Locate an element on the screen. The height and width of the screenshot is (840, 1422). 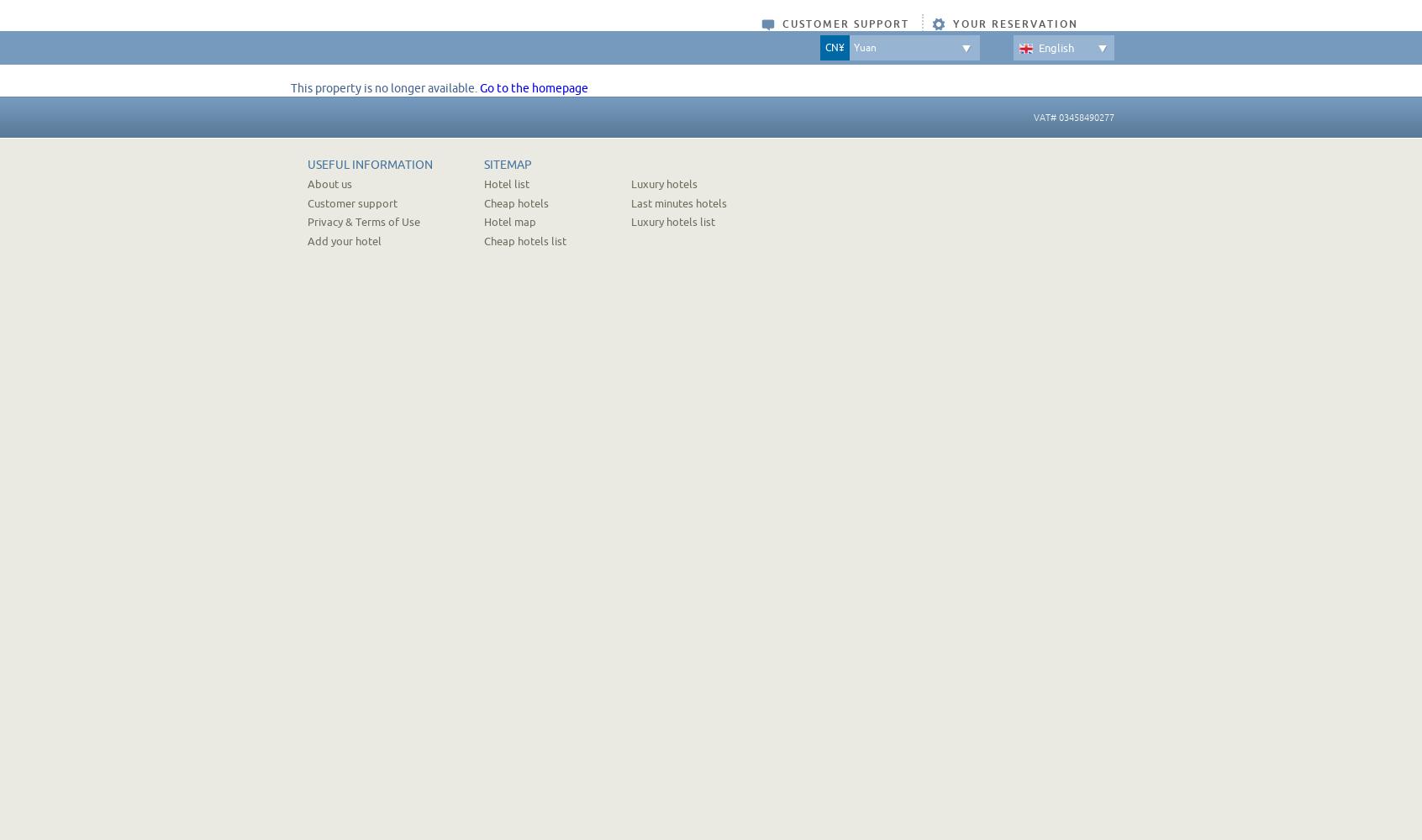
'Hotel map' is located at coordinates (482, 222).